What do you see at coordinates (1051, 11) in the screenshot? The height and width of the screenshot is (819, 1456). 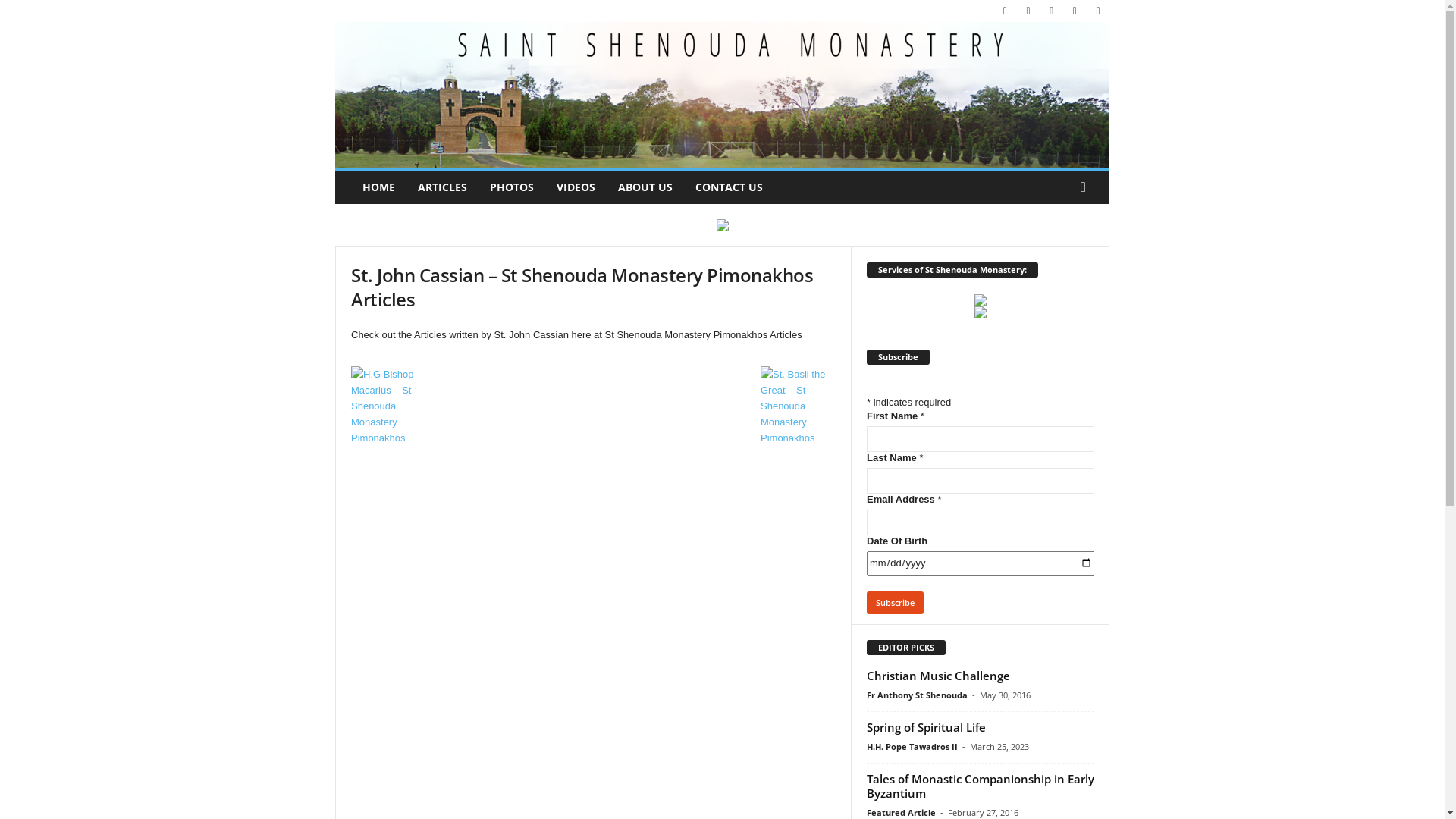 I see `'Soundcloud'` at bounding box center [1051, 11].